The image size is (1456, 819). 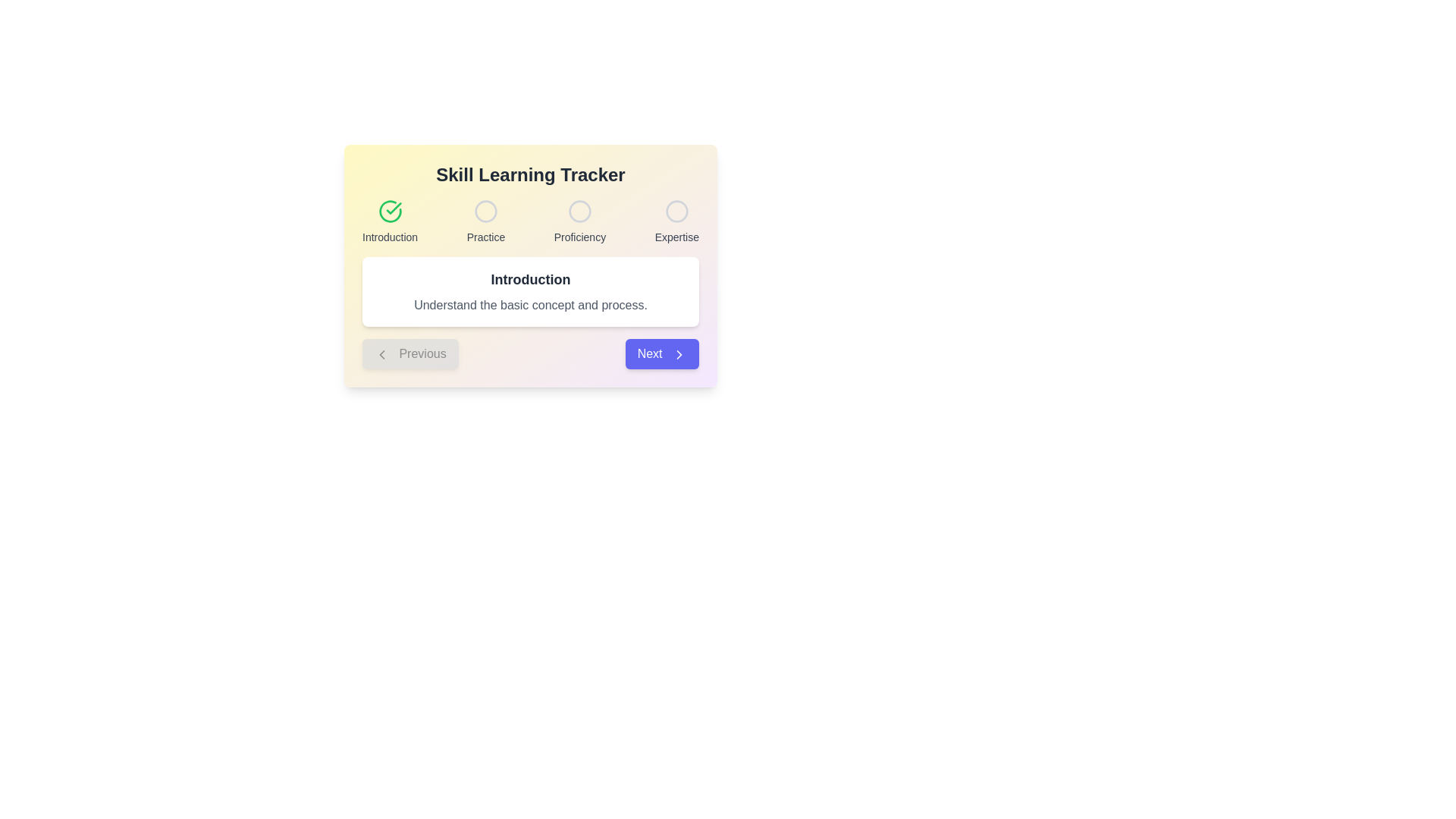 I want to click on the 'Practice' phase text label, which is centrally aligned beneath the second circular icon in the multi-step skill tracking interface, so click(x=485, y=237).